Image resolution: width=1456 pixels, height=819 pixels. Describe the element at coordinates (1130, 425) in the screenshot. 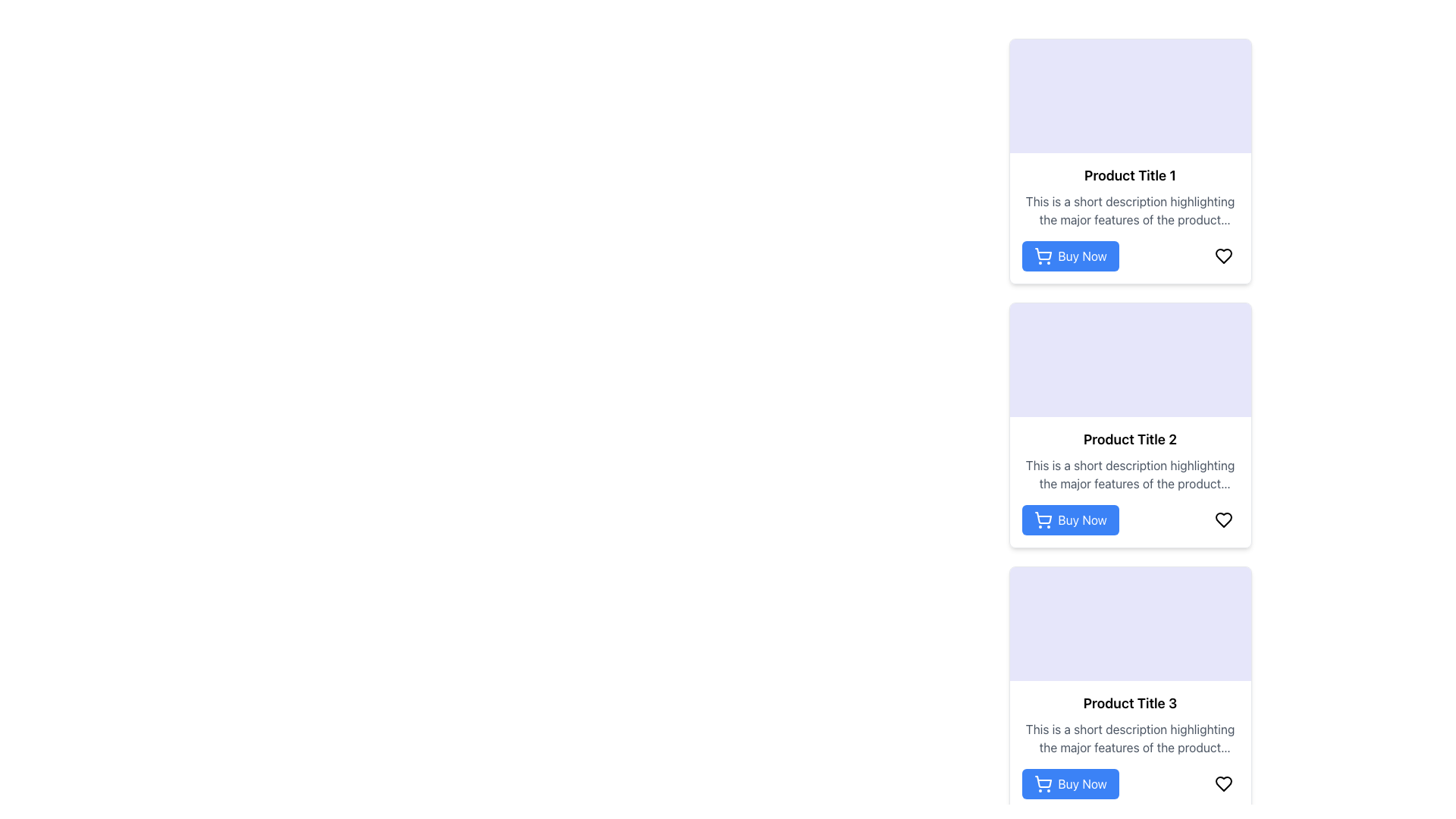

I see `the product card displaying brief details about a product, which is the second card in a vertically stacked list of similar cards` at that location.